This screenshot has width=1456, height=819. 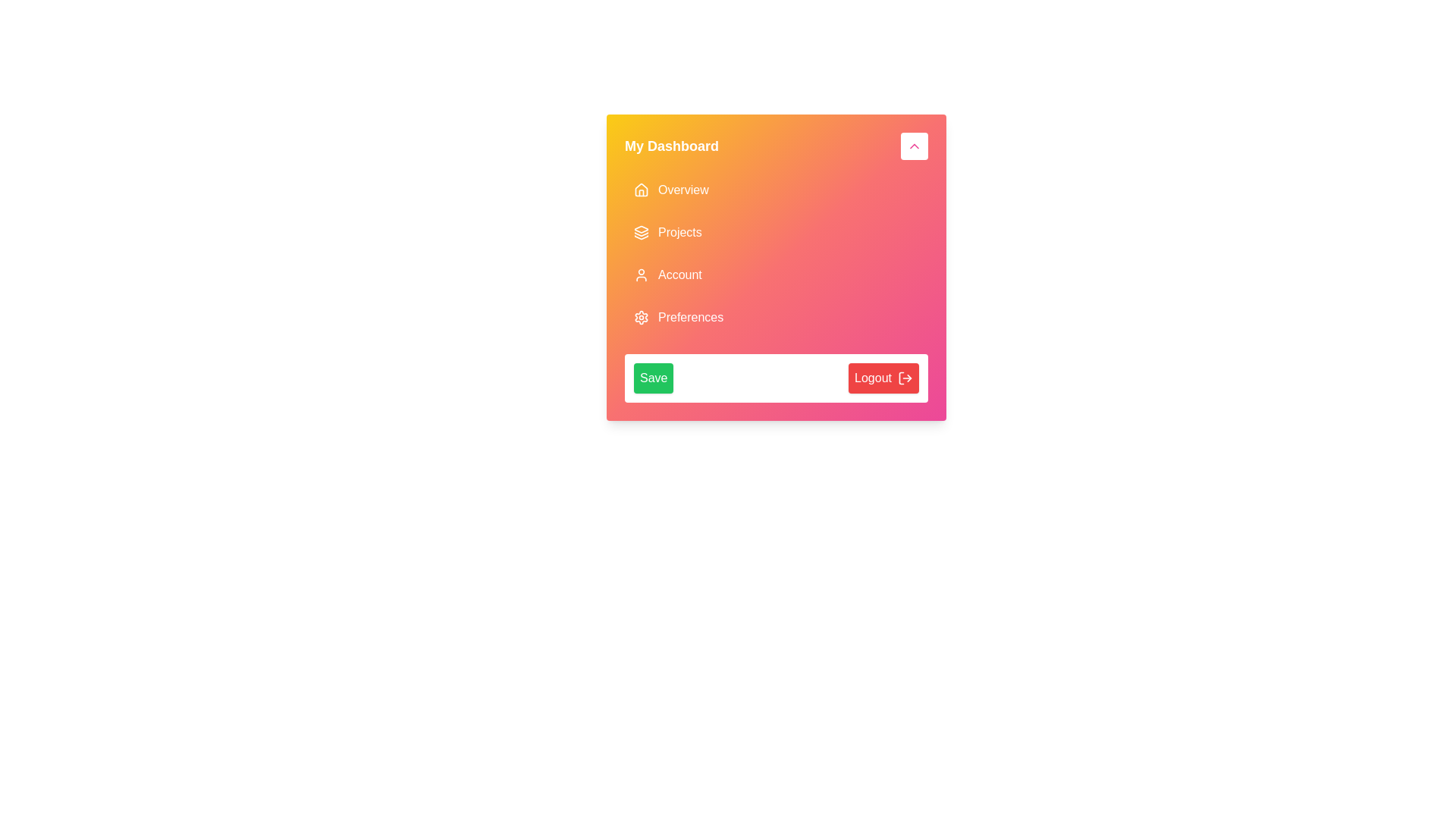 What do you see at coordinates (641, 189) in the screenshot?
I see `the house icon located to the left of the 'Overview' button` at bounding box center [641, 189].